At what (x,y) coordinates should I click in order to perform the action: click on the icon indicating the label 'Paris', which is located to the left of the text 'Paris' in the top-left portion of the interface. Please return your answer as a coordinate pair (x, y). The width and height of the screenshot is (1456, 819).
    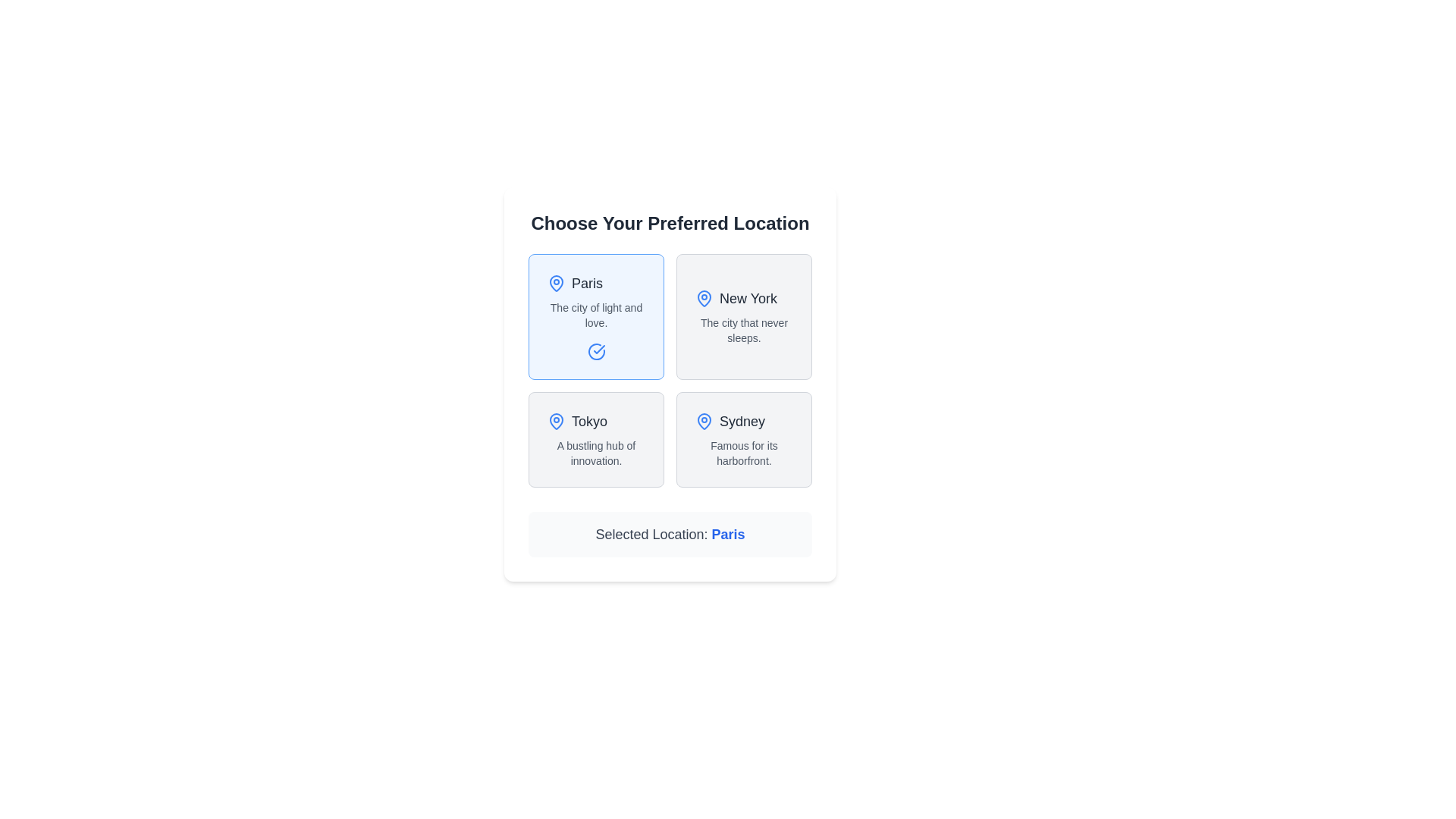
    Looking at the image, I should click on (556, 284).